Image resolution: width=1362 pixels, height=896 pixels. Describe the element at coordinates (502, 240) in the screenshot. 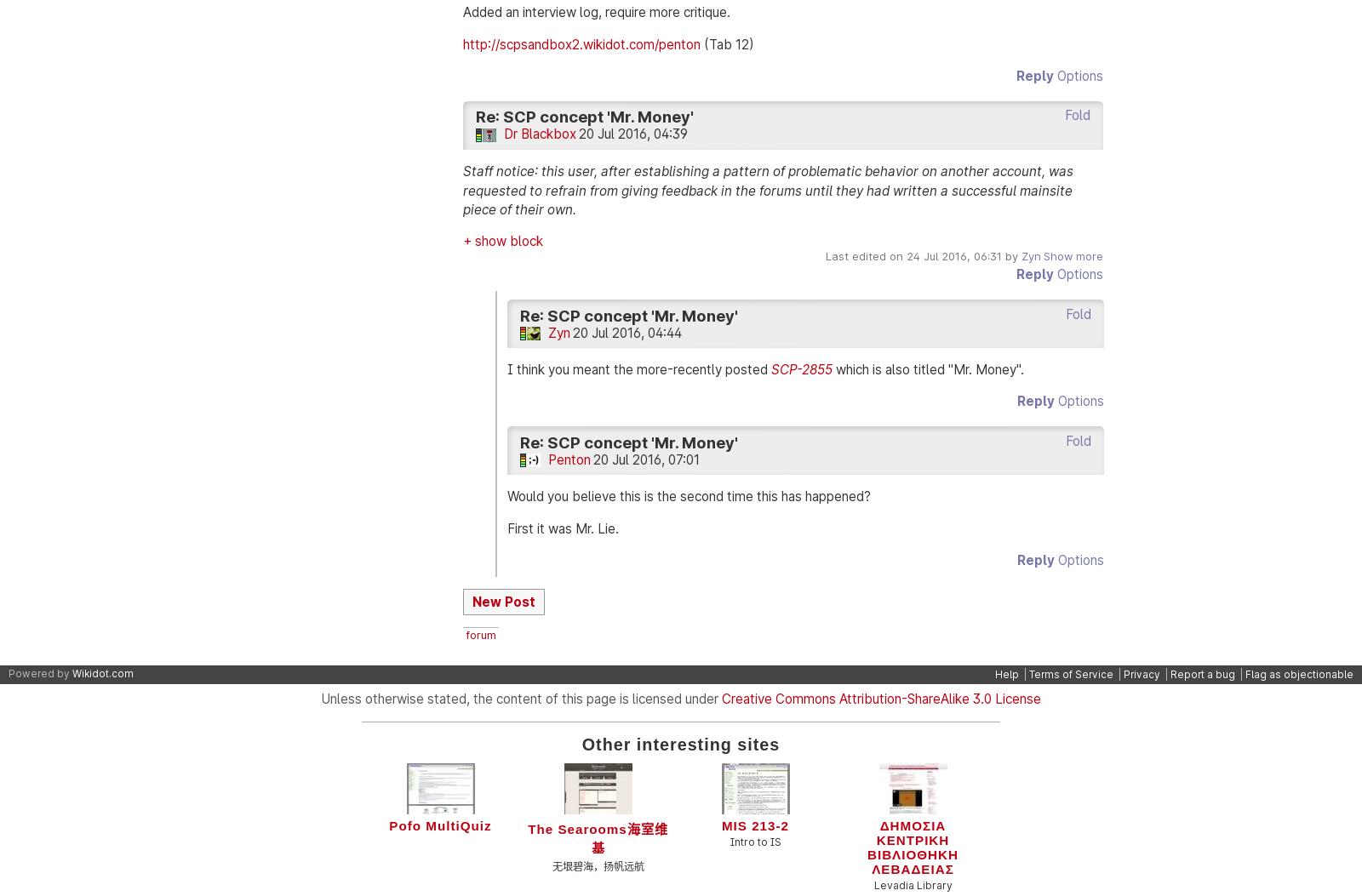

I see `'+ show block'` at that location.